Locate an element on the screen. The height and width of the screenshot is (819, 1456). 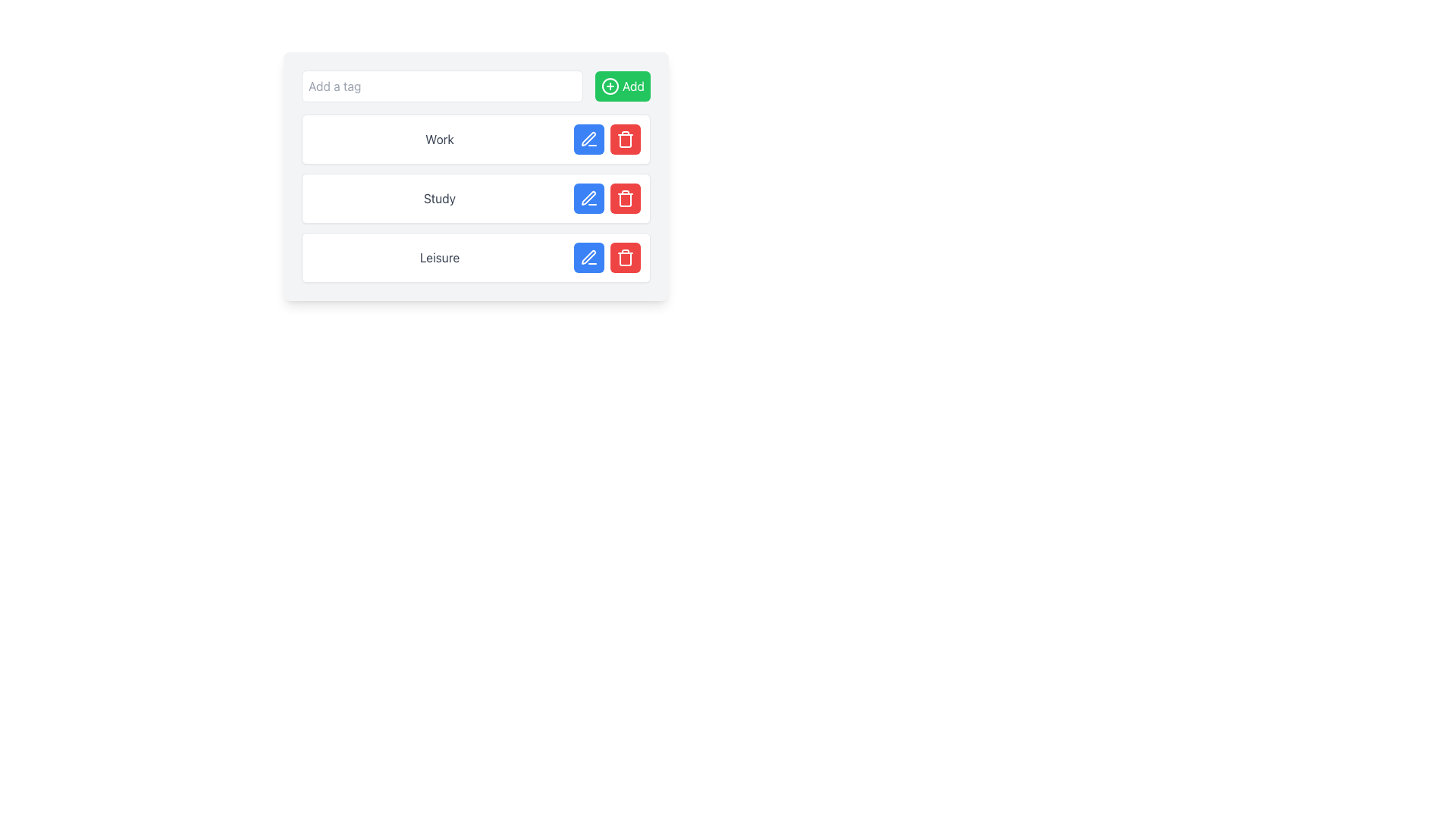
the trash/delete icon button associated with the 'Work' category is located at coordinates (626, 140).